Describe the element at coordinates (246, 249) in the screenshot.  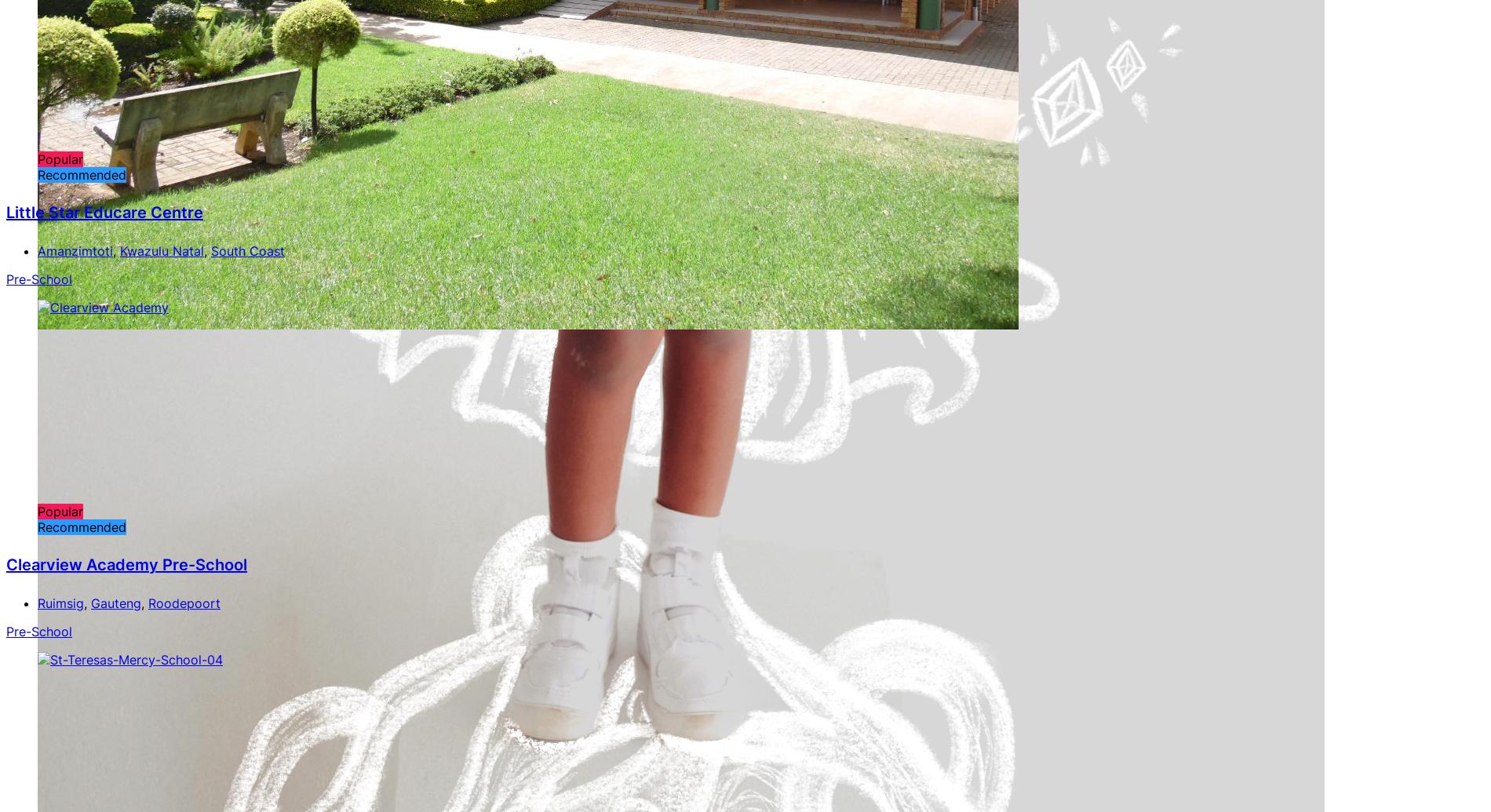
I see `'South Coast'` at that location.